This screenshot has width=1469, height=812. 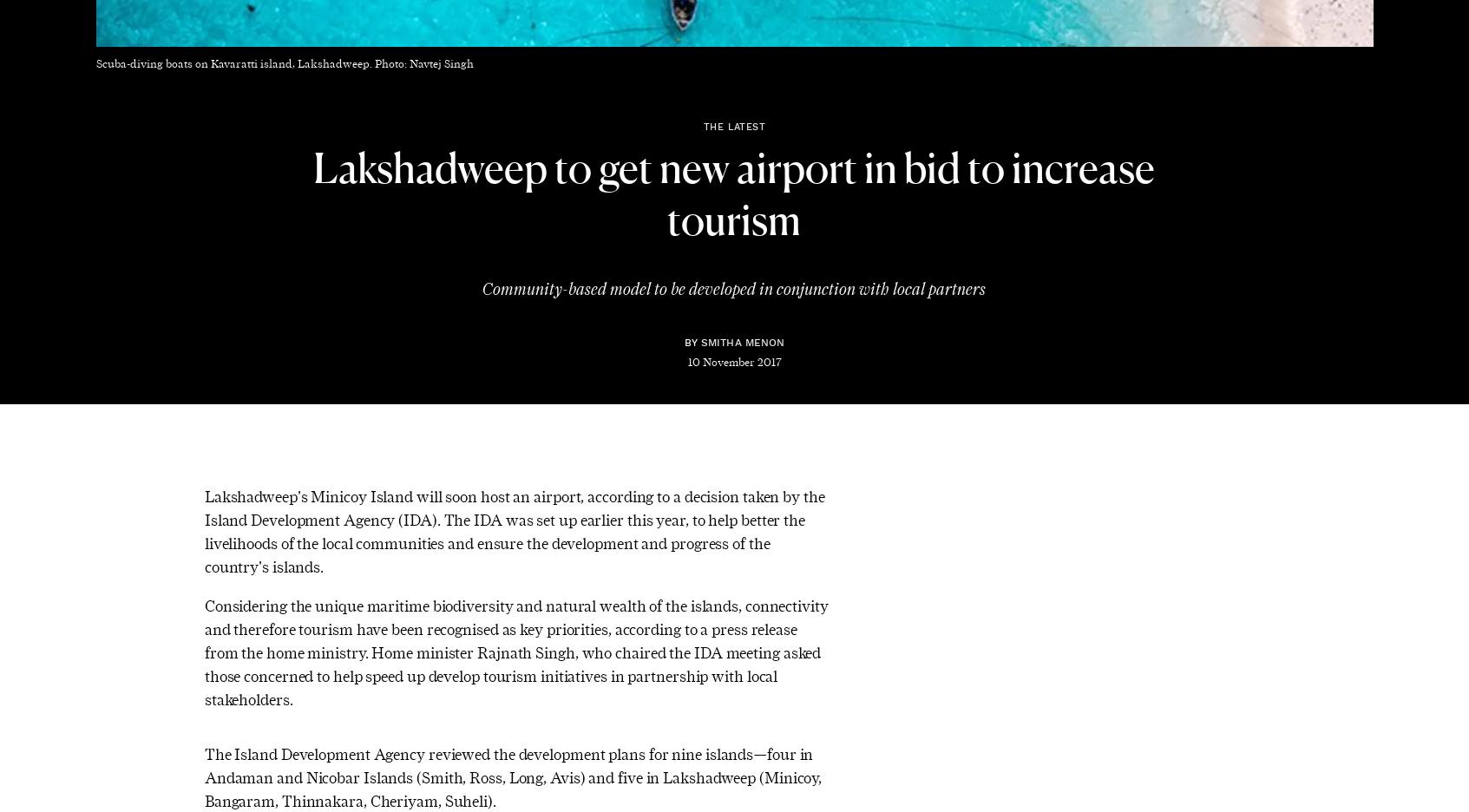 I want to click on 'The Latest', so click(x=733, y=126).